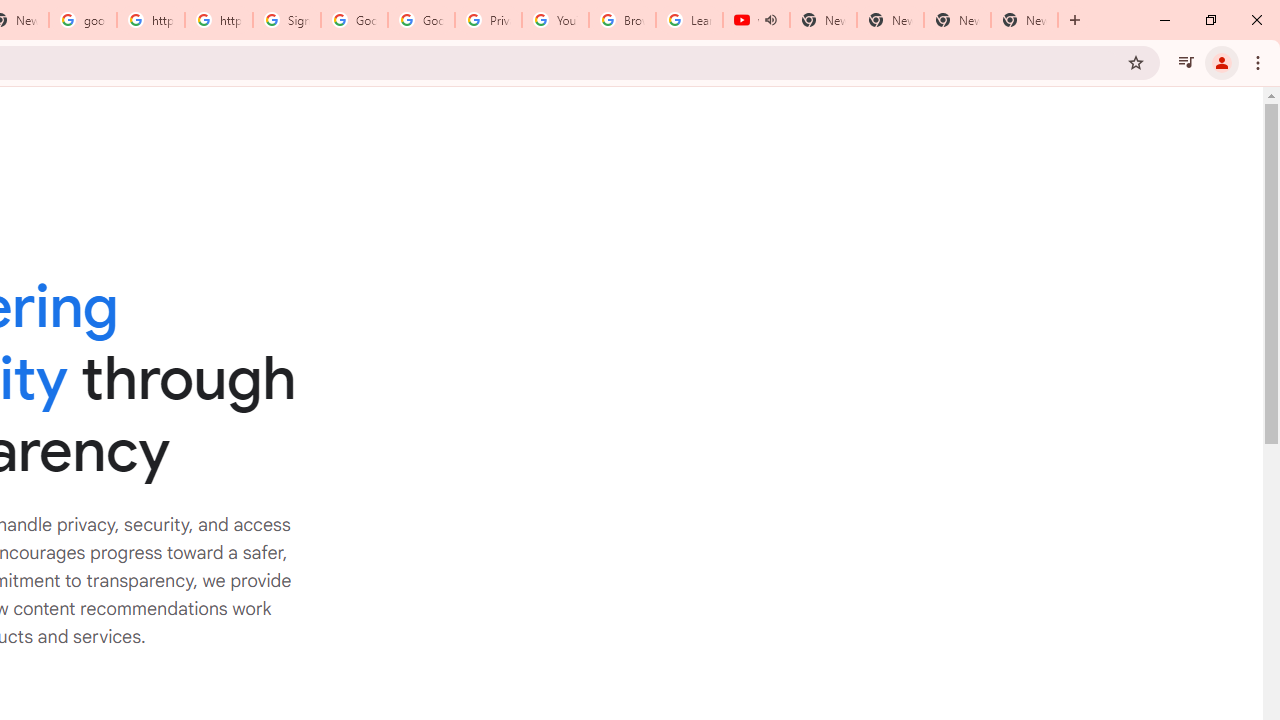 The image size is (1280, 720). What do you see at coordinates (621, 20) in the screenshot?
I see `'Browse Chrome as a guest - Computer - Google Chrome Help'` at bounding box center [621, 20].